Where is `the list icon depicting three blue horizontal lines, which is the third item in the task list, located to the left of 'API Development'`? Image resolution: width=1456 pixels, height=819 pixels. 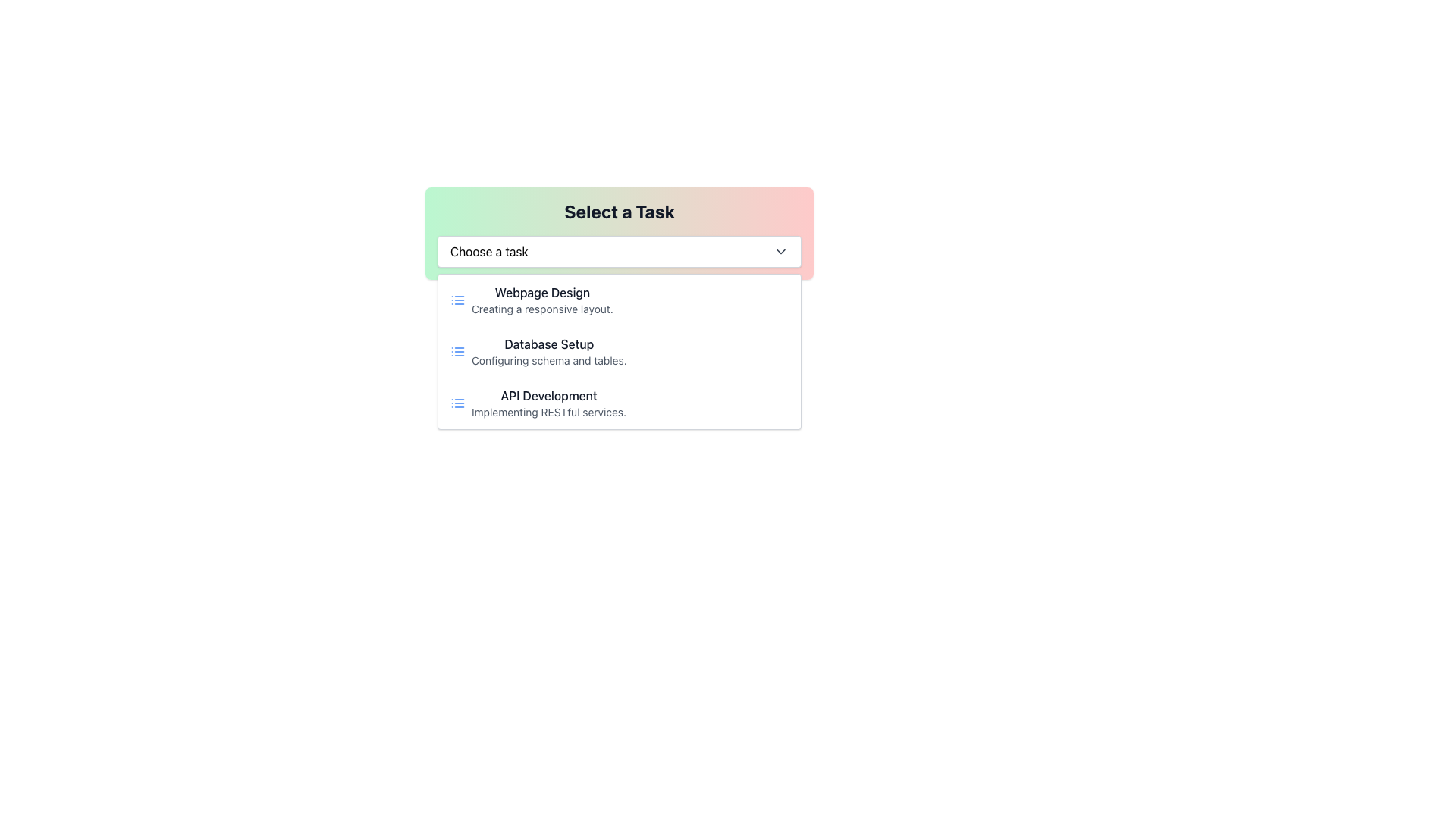
the list icon depicting three blue horizontal lines, which is the third item in the task list, located to the left of 'API Development' is located at coordinates (457, 403).